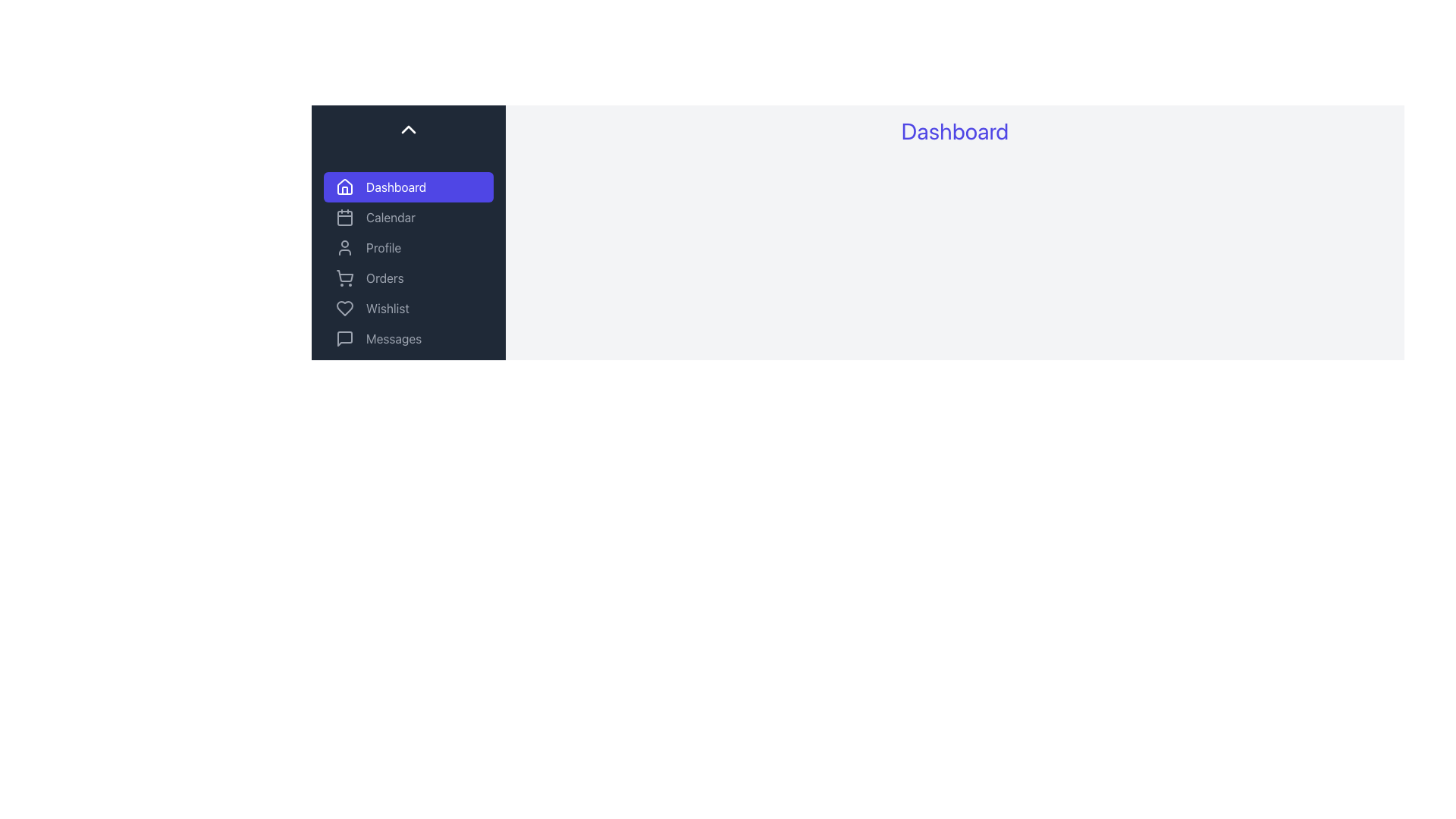 This screenshot has height=819, width=1456. Describe the element at coordinates (396, 186) in the screenshot. I see `the 'Dashboard' text label located on the sidebar menu, which is styled with a sans-serif font and positioned to the right of a house icon` at that location.